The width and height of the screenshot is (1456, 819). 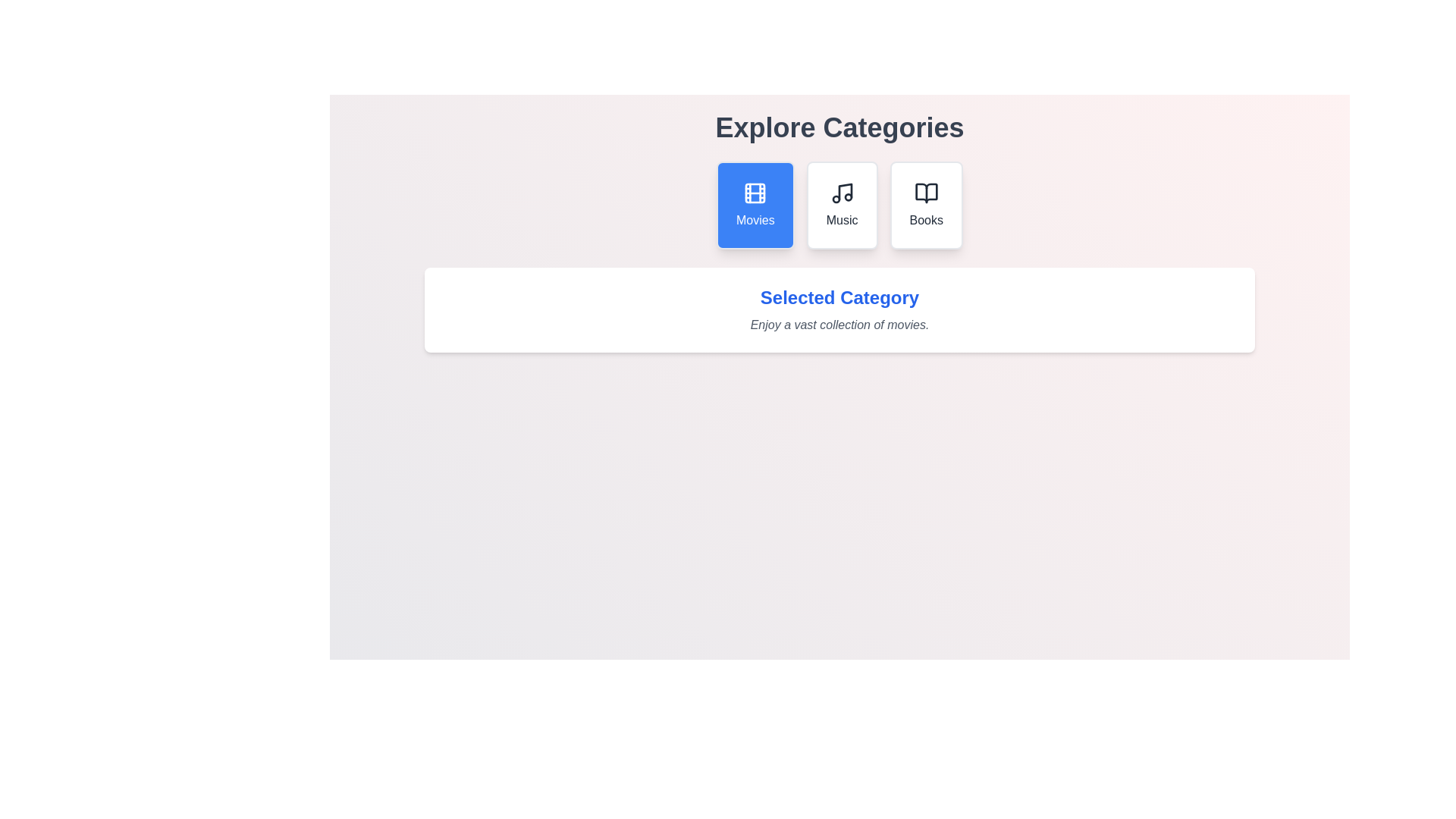 I want to click on the Books button to select it, so click(x=925, y=205).